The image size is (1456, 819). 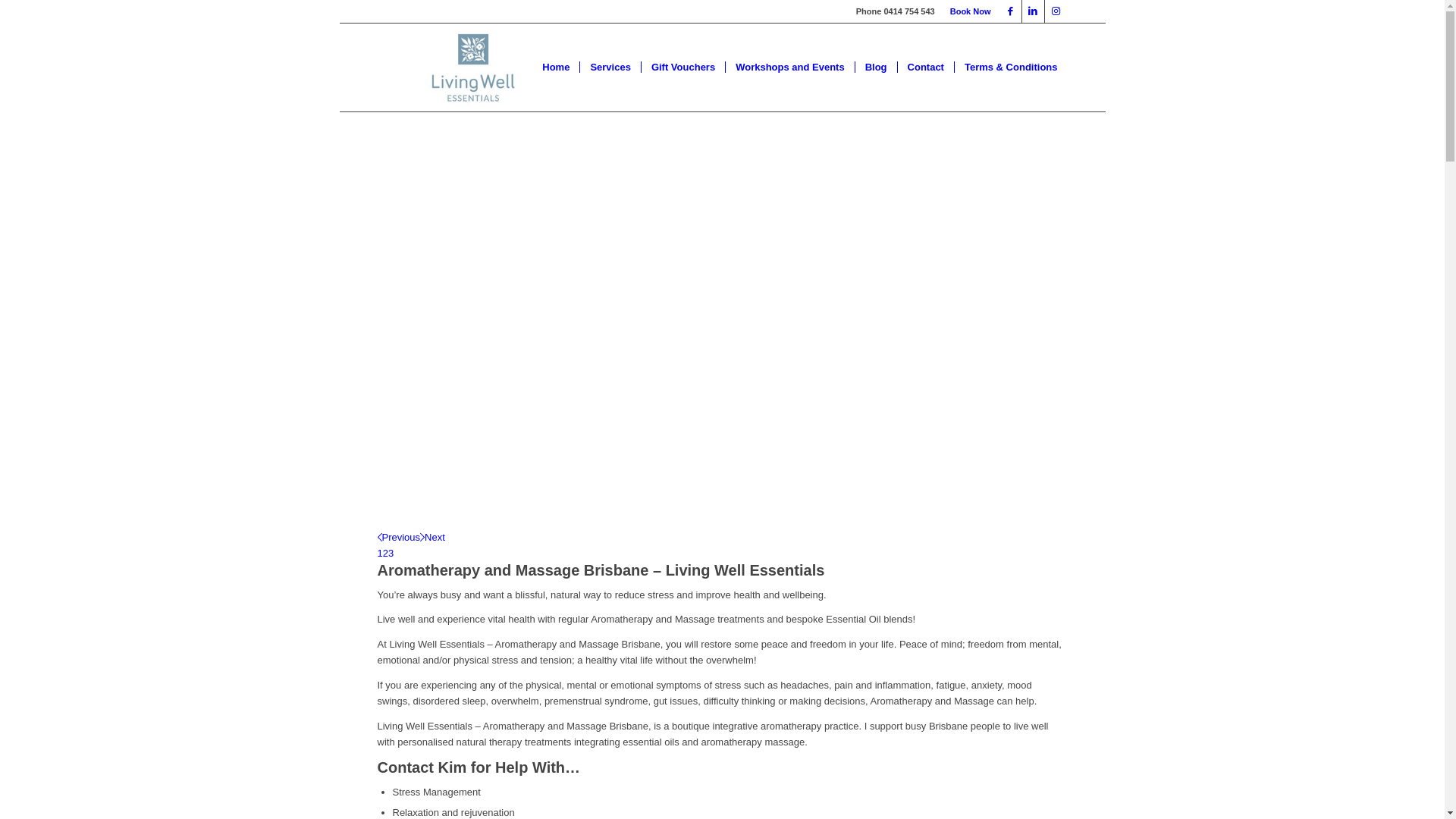 What do you see at coordinates (924, 66) in the screenshot?
I see `'Contact'` at bounding box center [924, 66].